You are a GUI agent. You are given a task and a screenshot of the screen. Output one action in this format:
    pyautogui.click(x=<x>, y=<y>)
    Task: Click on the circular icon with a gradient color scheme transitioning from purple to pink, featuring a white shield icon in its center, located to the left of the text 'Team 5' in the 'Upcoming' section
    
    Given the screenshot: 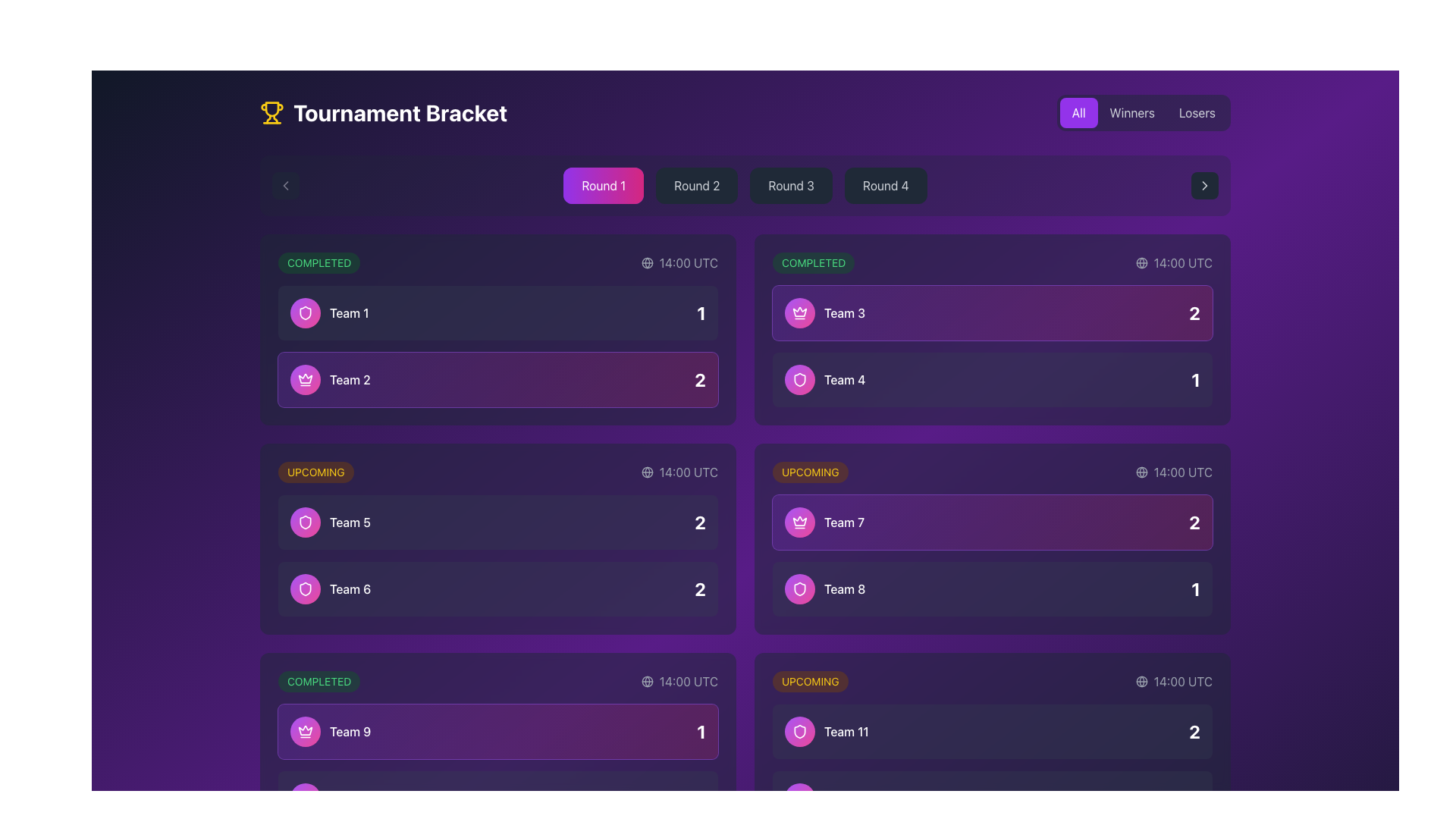 What is the action you would take?
    pyautogui.click(x=305, y=522)
    